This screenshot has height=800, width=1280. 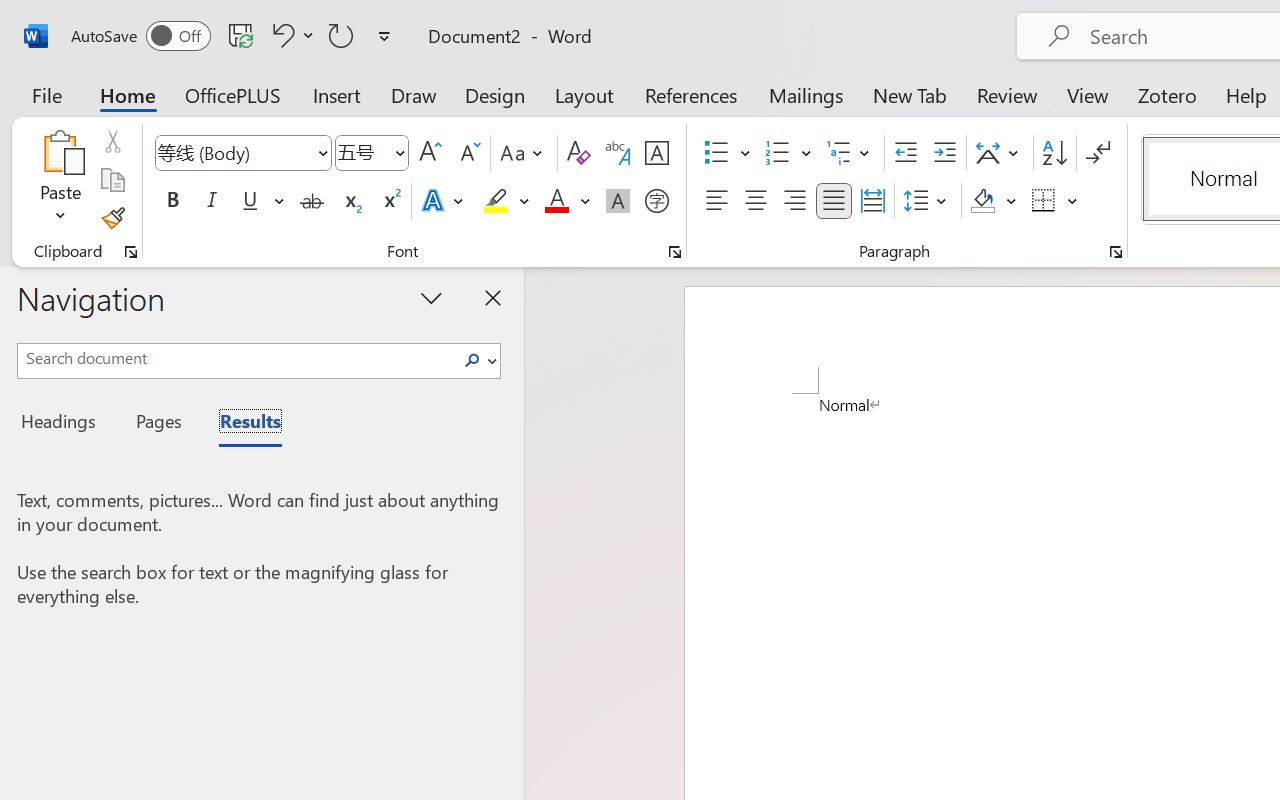 What do you see at coordinates (65, 424) in the screenshot?
I see `'Headings'` at bounding box center [65, 424].